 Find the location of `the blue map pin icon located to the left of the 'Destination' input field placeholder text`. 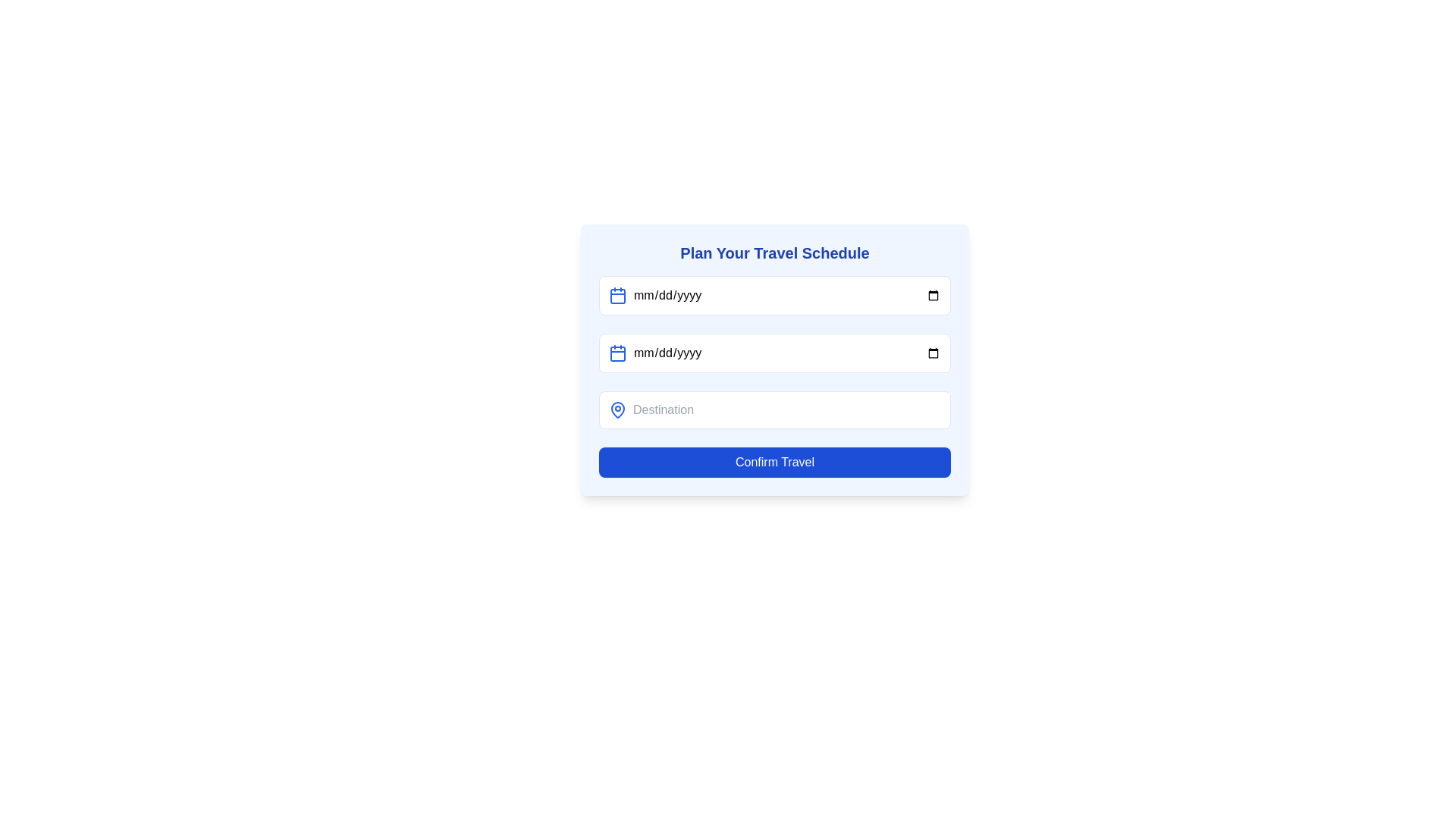

the blue map pin icon located to the left of the 'Destination' input field placeholder text is located at coordinates (618, 409).